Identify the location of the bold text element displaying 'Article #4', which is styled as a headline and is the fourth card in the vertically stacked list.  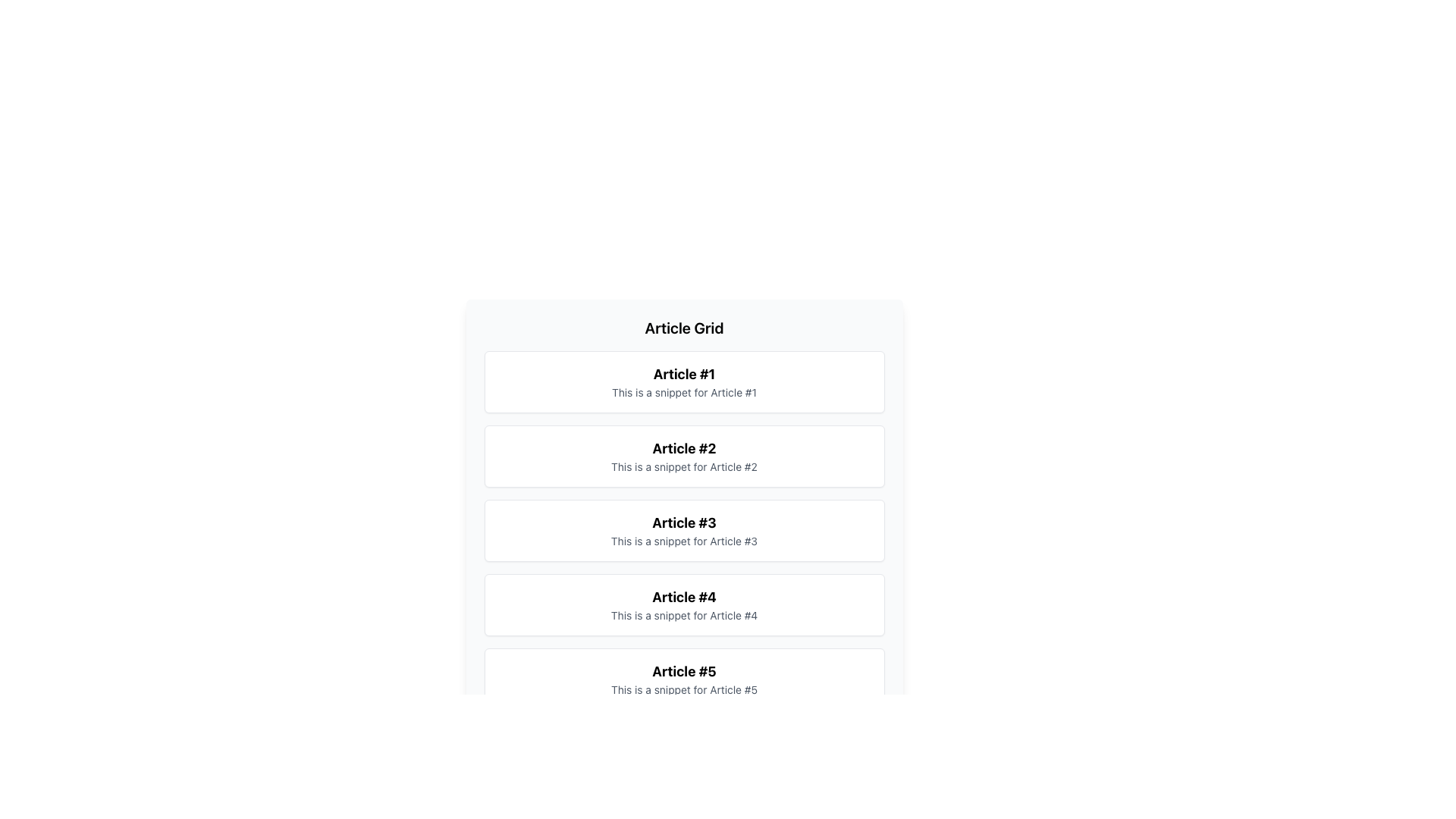
(683, 596).